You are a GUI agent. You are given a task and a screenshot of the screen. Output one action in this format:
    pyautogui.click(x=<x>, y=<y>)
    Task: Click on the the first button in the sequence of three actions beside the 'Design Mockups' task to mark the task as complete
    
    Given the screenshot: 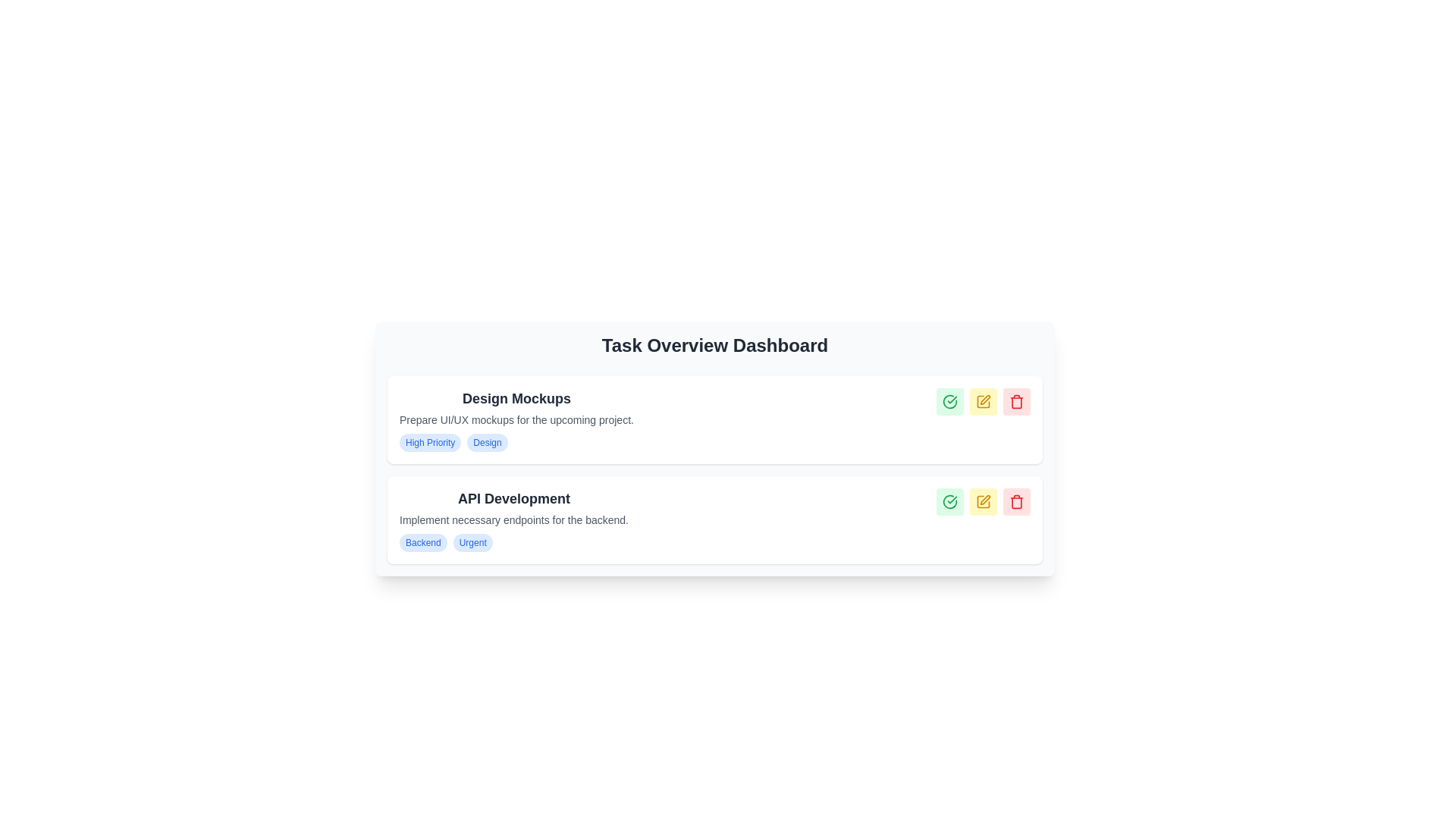 What is the action you would take?
    pyautogui.click(x=949, y=400)
    